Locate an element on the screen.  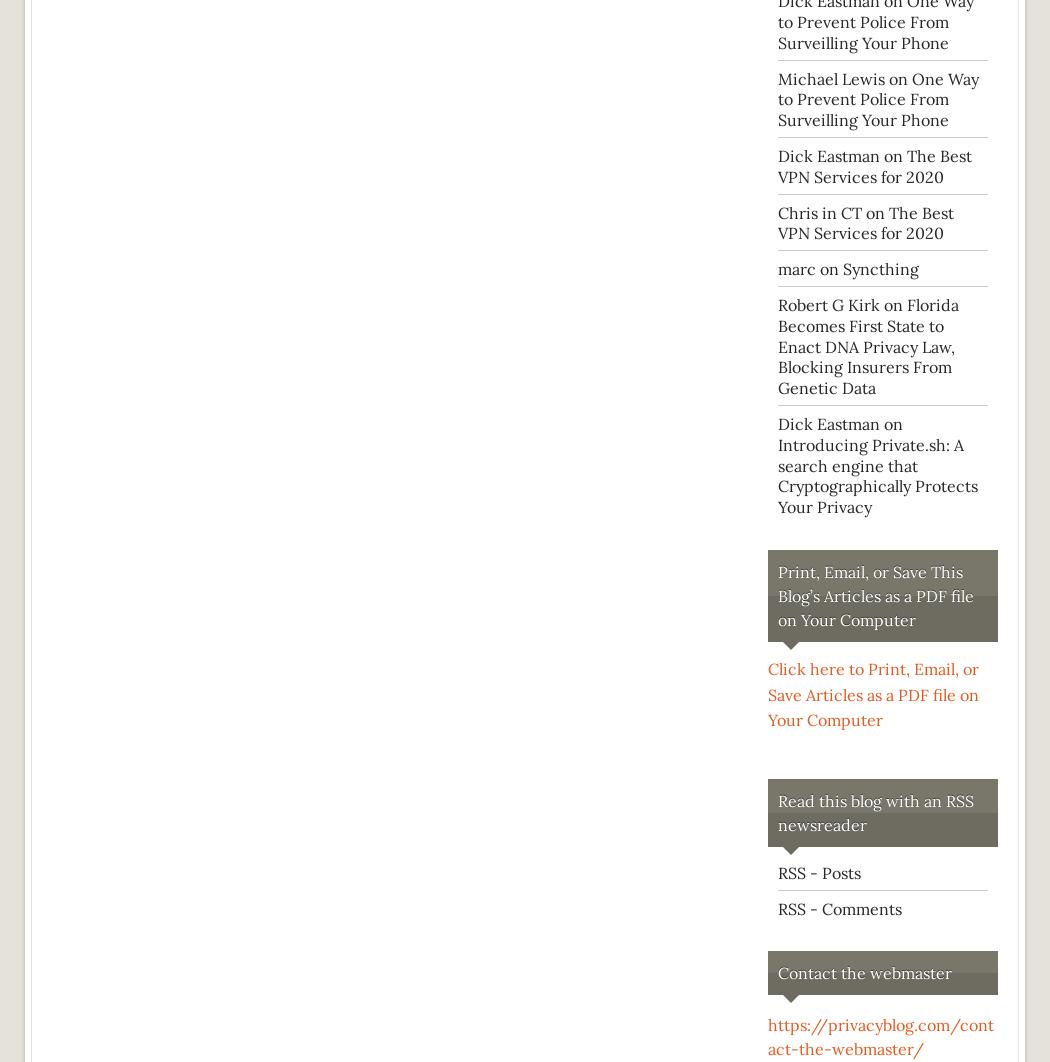
'marc on' is located at coordinates (809, 268).